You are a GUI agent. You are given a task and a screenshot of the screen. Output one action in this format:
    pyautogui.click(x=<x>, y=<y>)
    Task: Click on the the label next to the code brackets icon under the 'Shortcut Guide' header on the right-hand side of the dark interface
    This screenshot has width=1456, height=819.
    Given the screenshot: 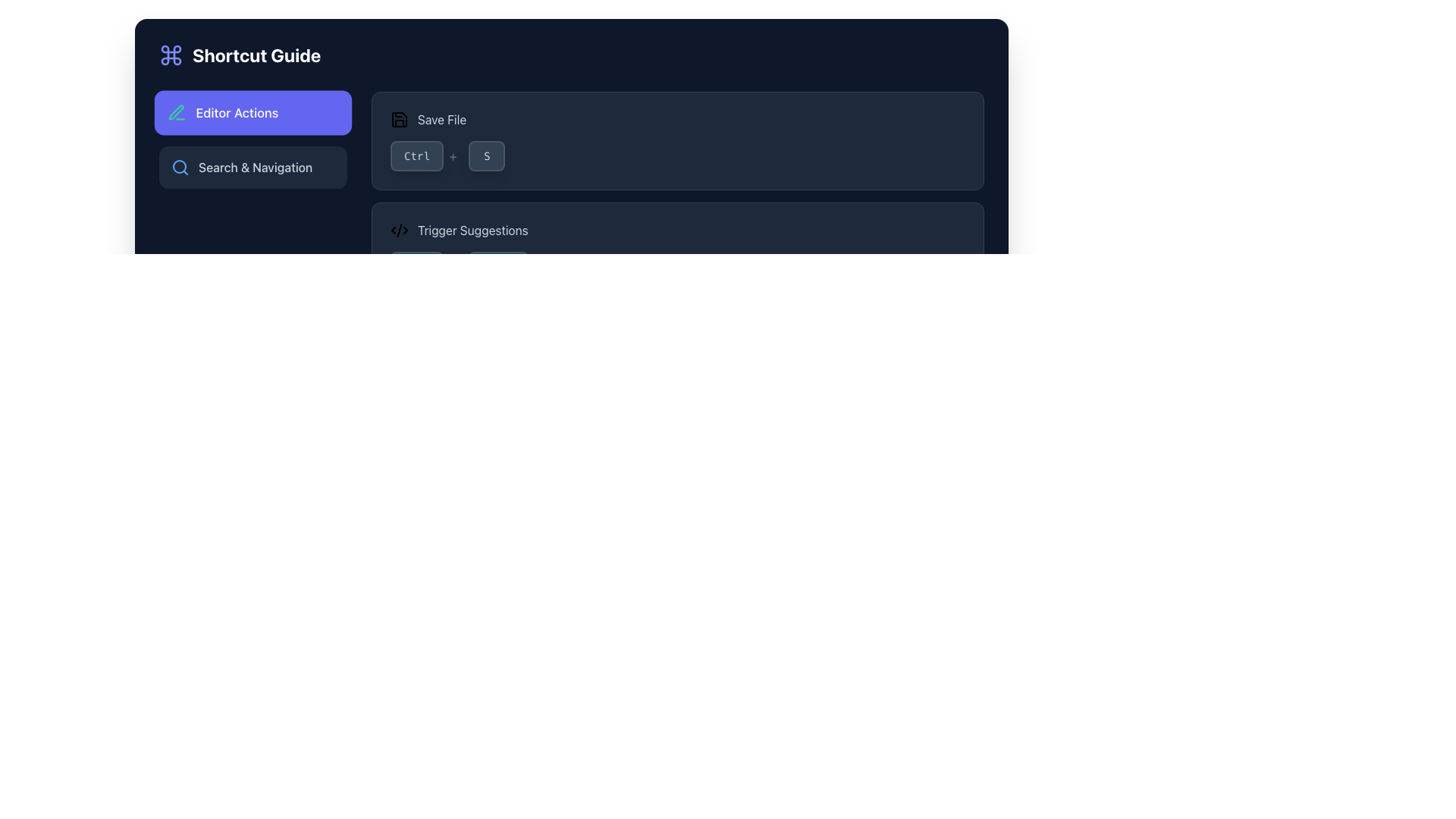 What is the action you would take?
    pyautogui.click(x=458, y=231)
    